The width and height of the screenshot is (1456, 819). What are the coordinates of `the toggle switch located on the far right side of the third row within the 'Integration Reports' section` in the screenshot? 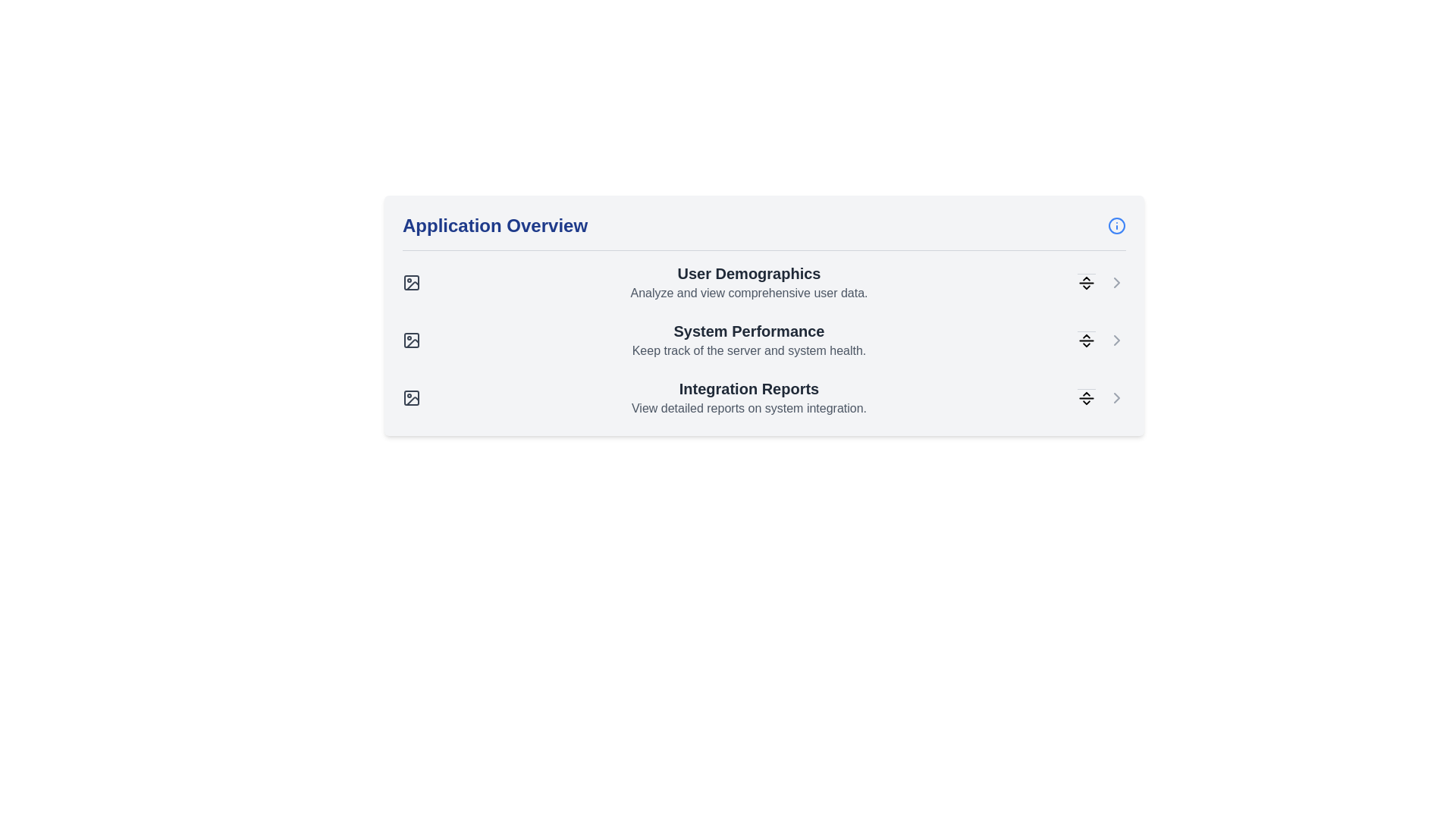 It's located at (1086, 397).